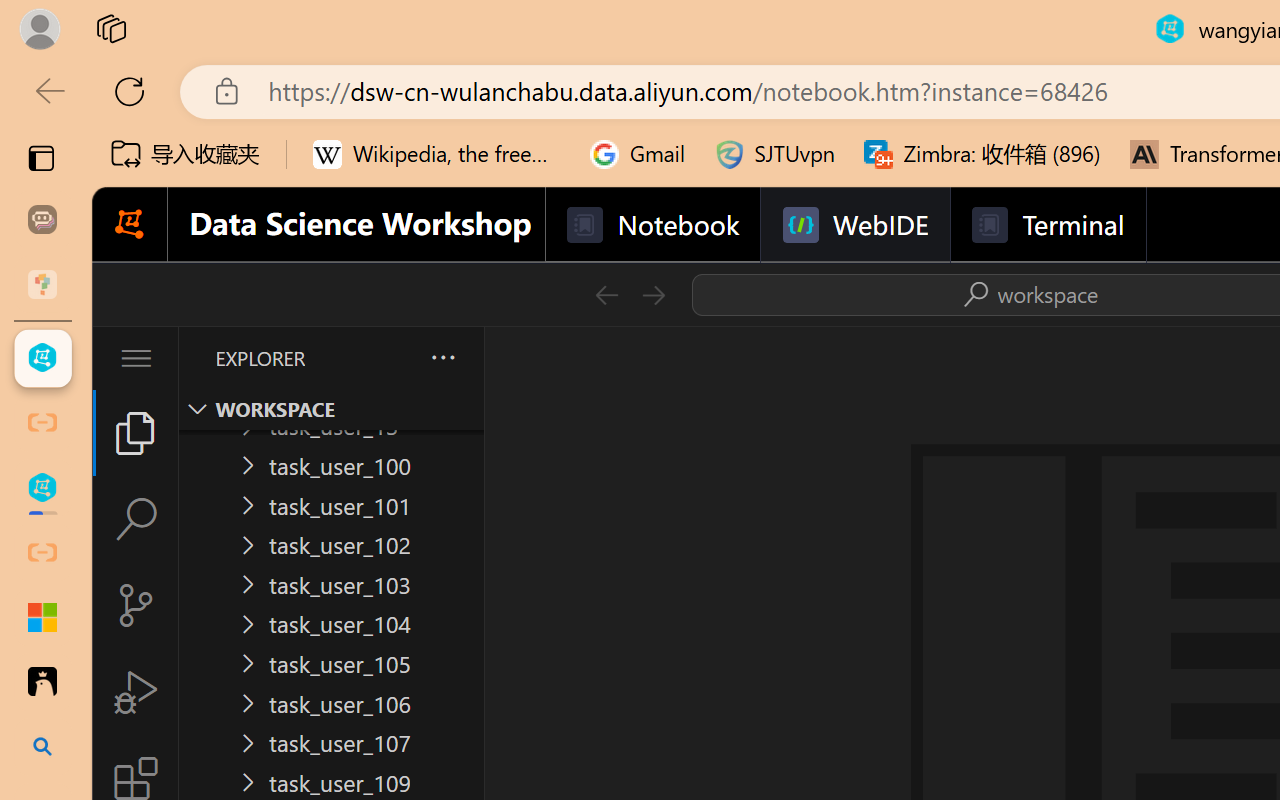 The width and height of the screenshot is (1280, 800). Describe the element at coordinates (134, 518) in the screenshot. I see `'Search (Ctrl+Shift+F)'` at that location.